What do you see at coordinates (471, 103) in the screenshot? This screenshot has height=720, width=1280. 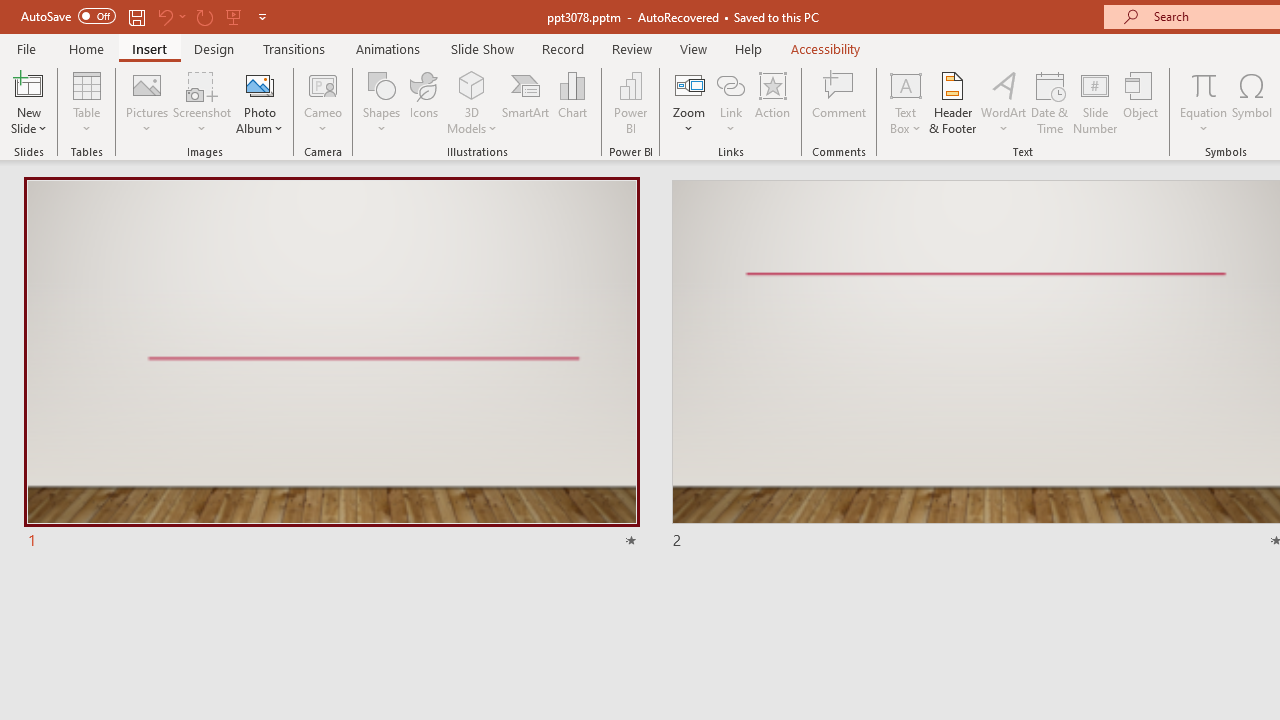 I see `'3D Models'` at bounding box center [471, 103].